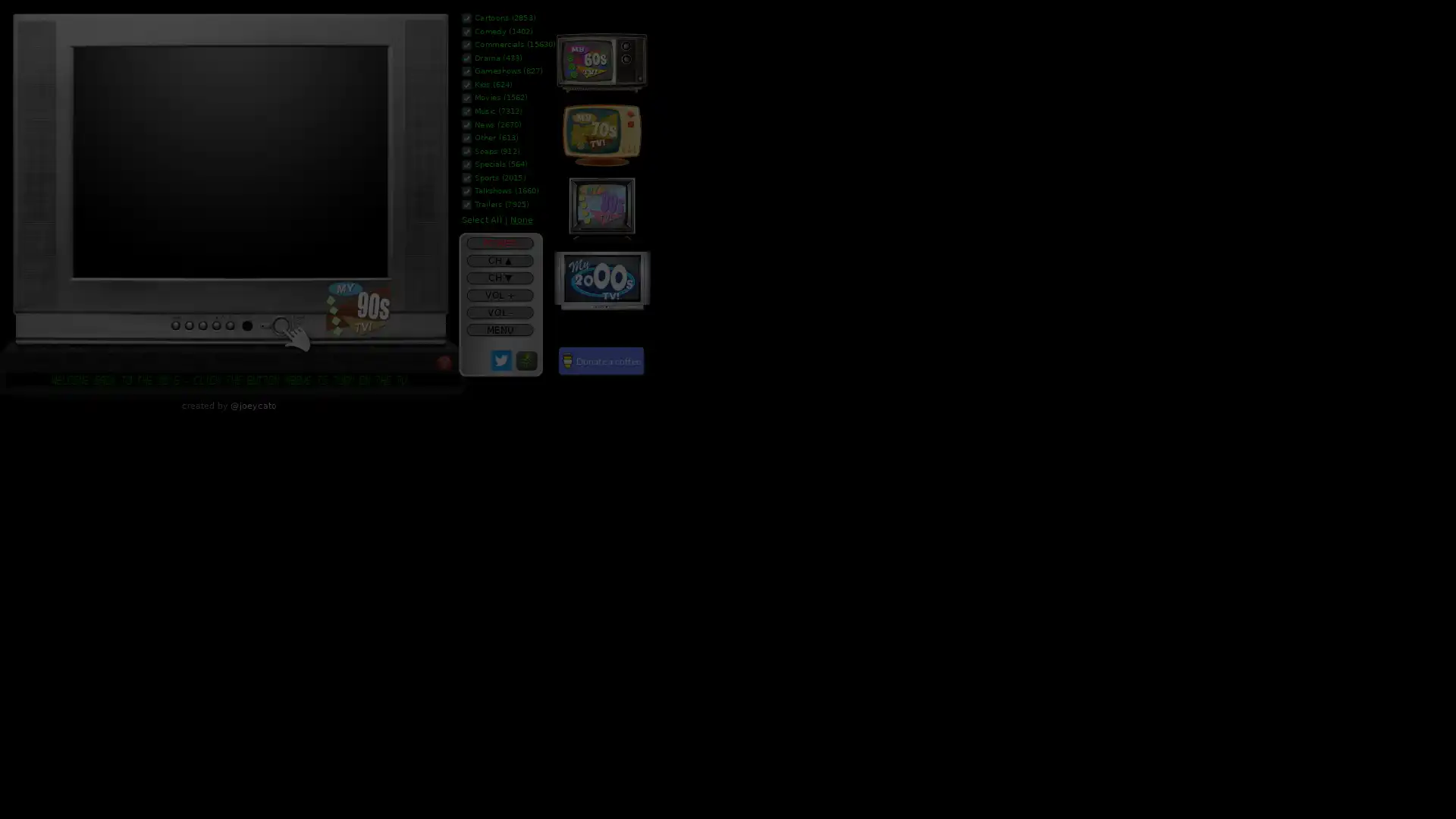 Image resolution: width=1456 pixels, height=819 pixels. Describe the element at coordinates (499, 278) in the screenshot. I see `CH` at that location.